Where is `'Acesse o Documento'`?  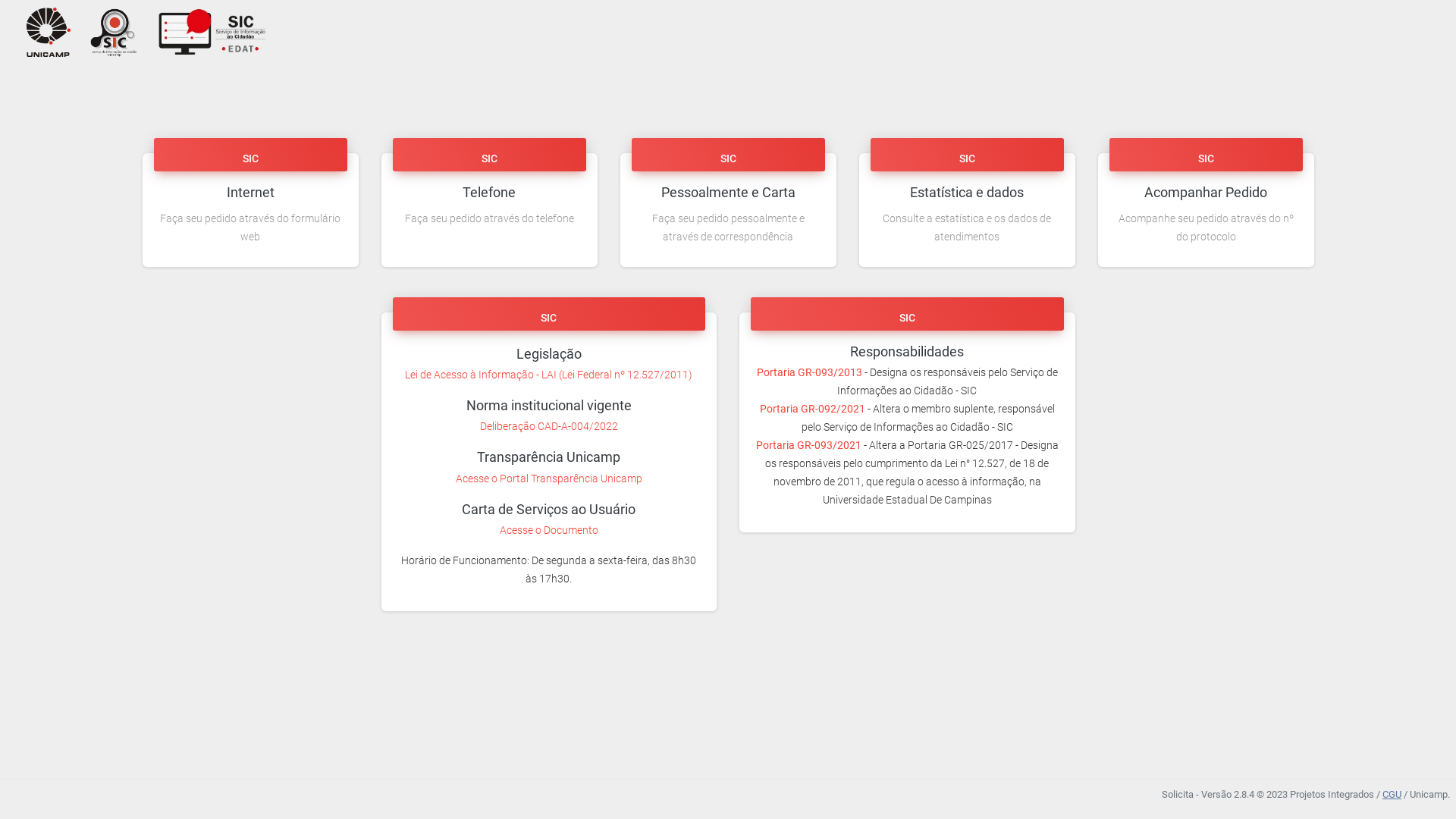
'Acesse o Documento' is located at coordinates (548, 529).